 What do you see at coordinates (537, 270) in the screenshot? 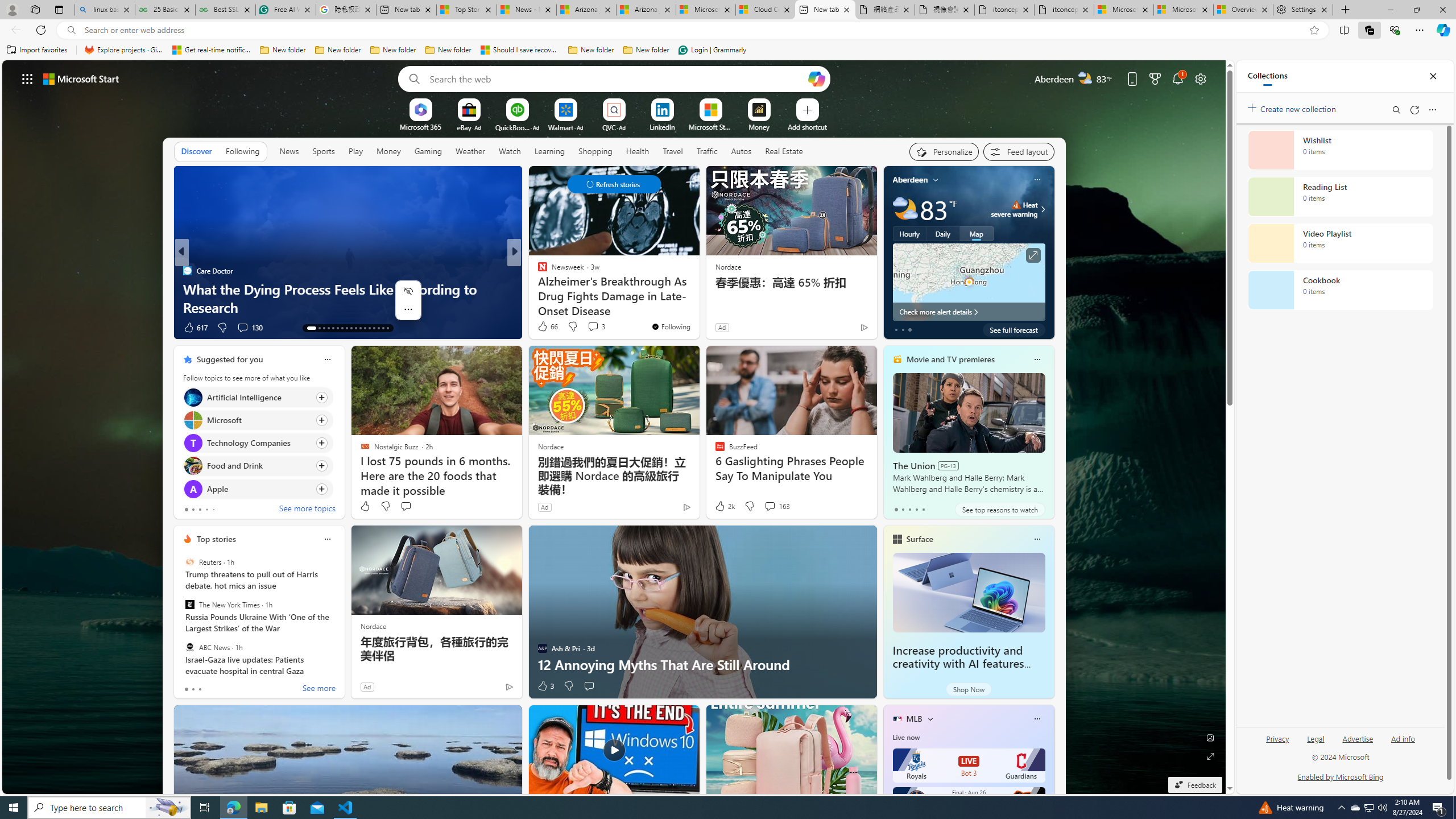
I see `'The Weather Channel'` at bounding box center [537, 270].